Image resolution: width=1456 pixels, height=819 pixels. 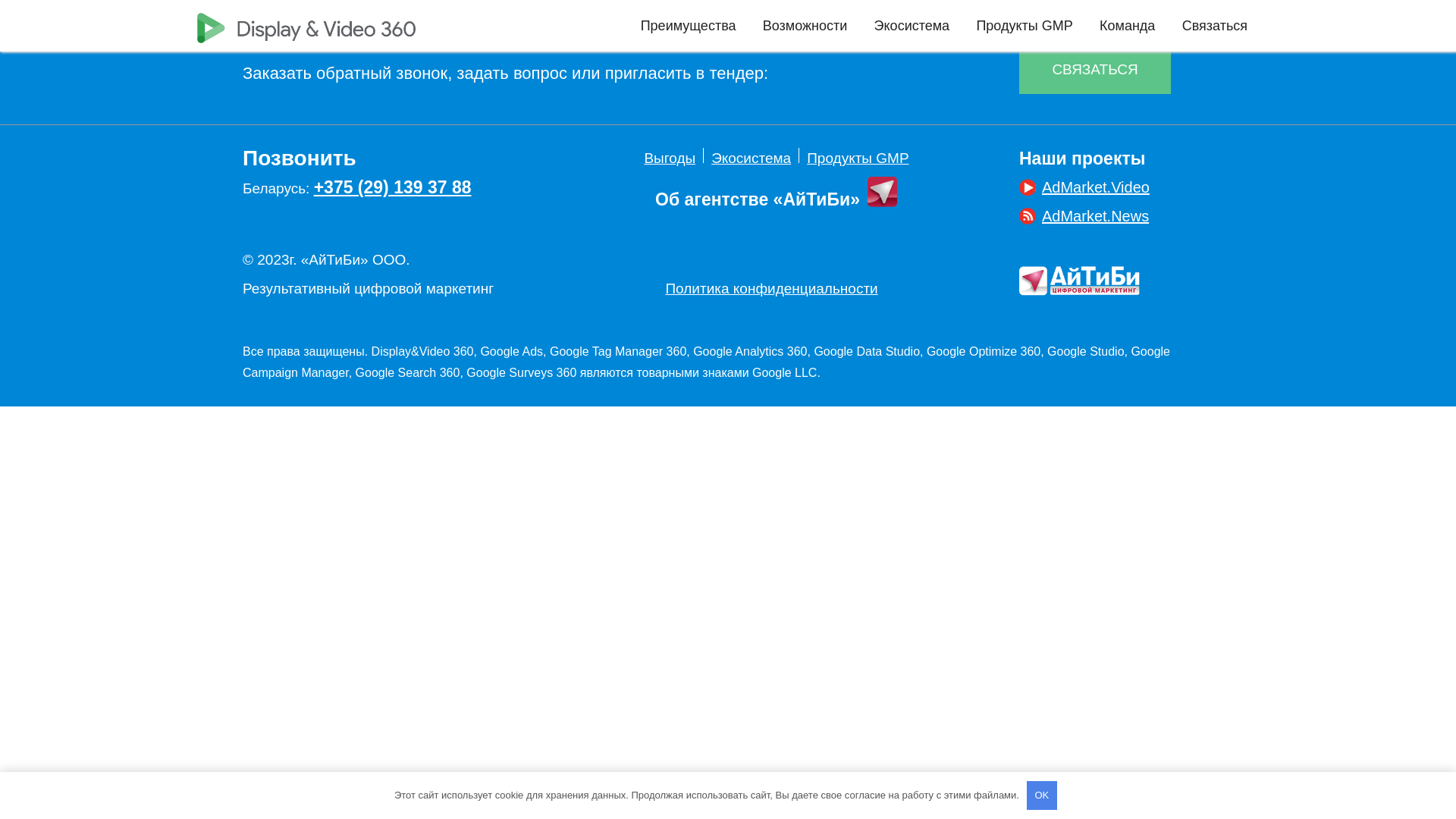 I want to click on 'AdMarket.News', so click(x=1083, y=216).